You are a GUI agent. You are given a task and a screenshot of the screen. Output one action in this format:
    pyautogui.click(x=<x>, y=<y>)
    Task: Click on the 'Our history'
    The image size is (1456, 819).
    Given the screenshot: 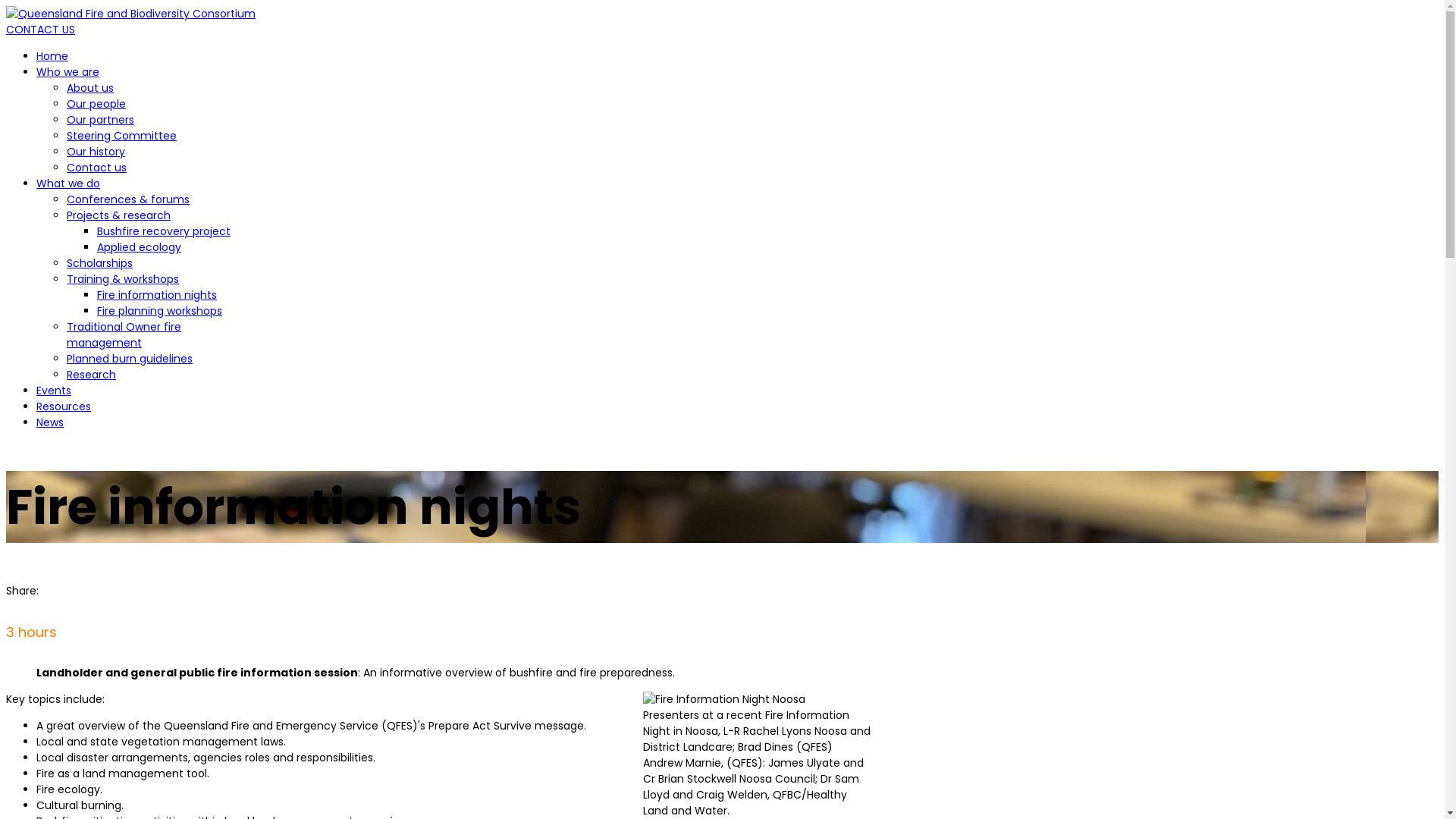 What is the action you would take?
    pyautogui.click(x=95, y=152)
    